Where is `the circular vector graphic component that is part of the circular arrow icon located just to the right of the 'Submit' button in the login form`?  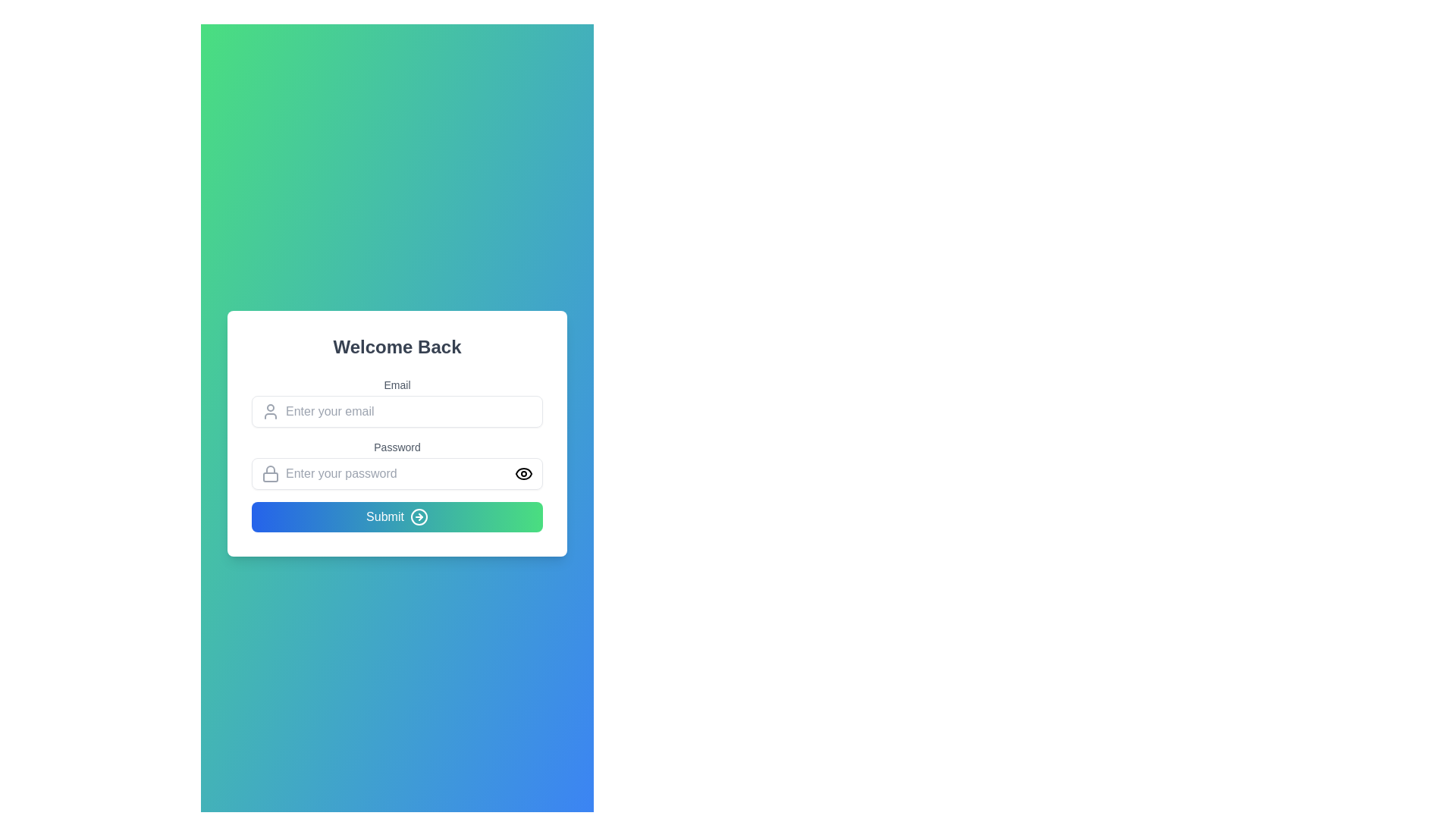
the circular vector graphic component that is part of the circular arrow icon located just to the right of the 'Submit' button in the login form is located at coordinates (419, 516).